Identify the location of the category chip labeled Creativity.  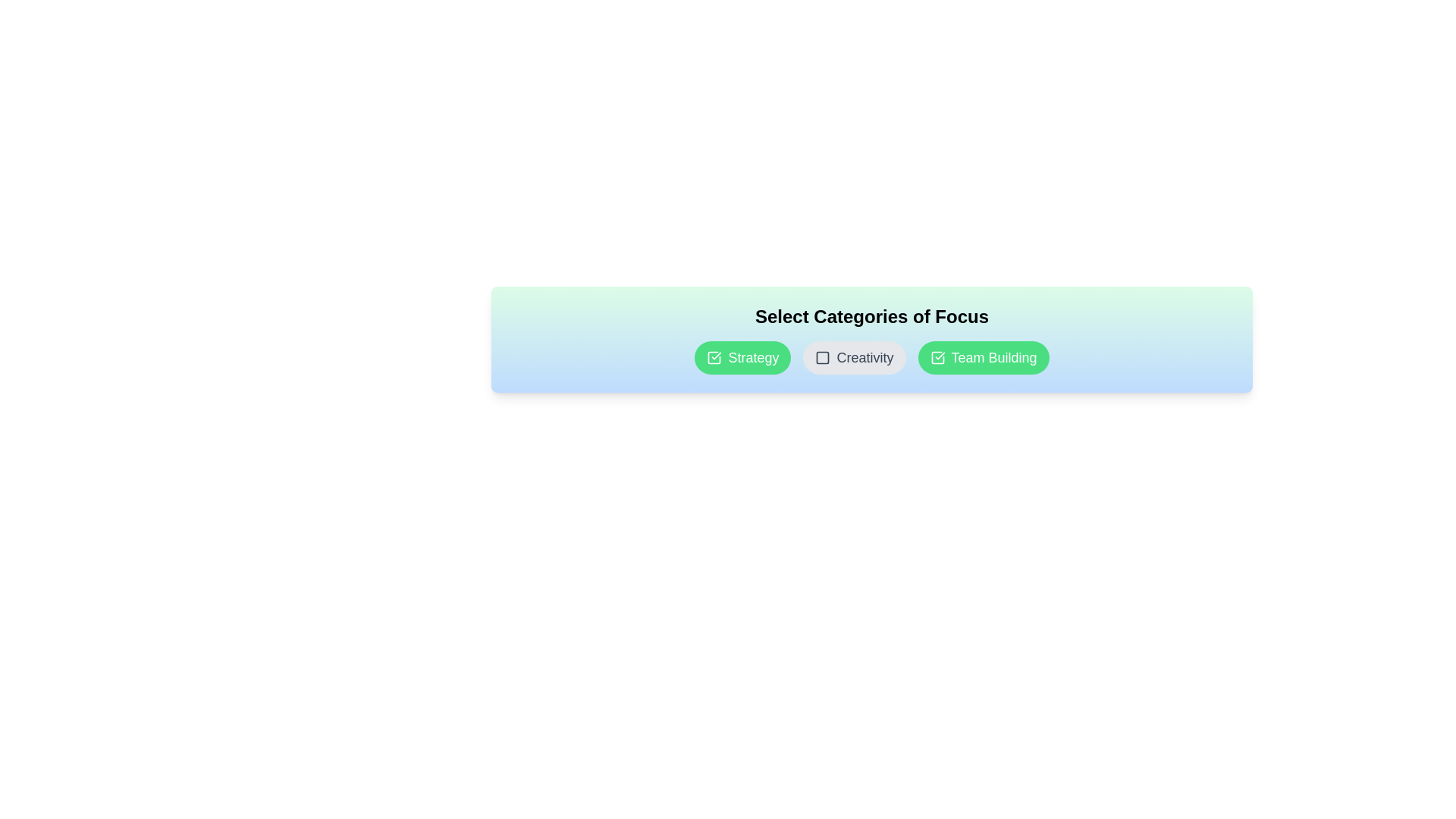
(855, 357).